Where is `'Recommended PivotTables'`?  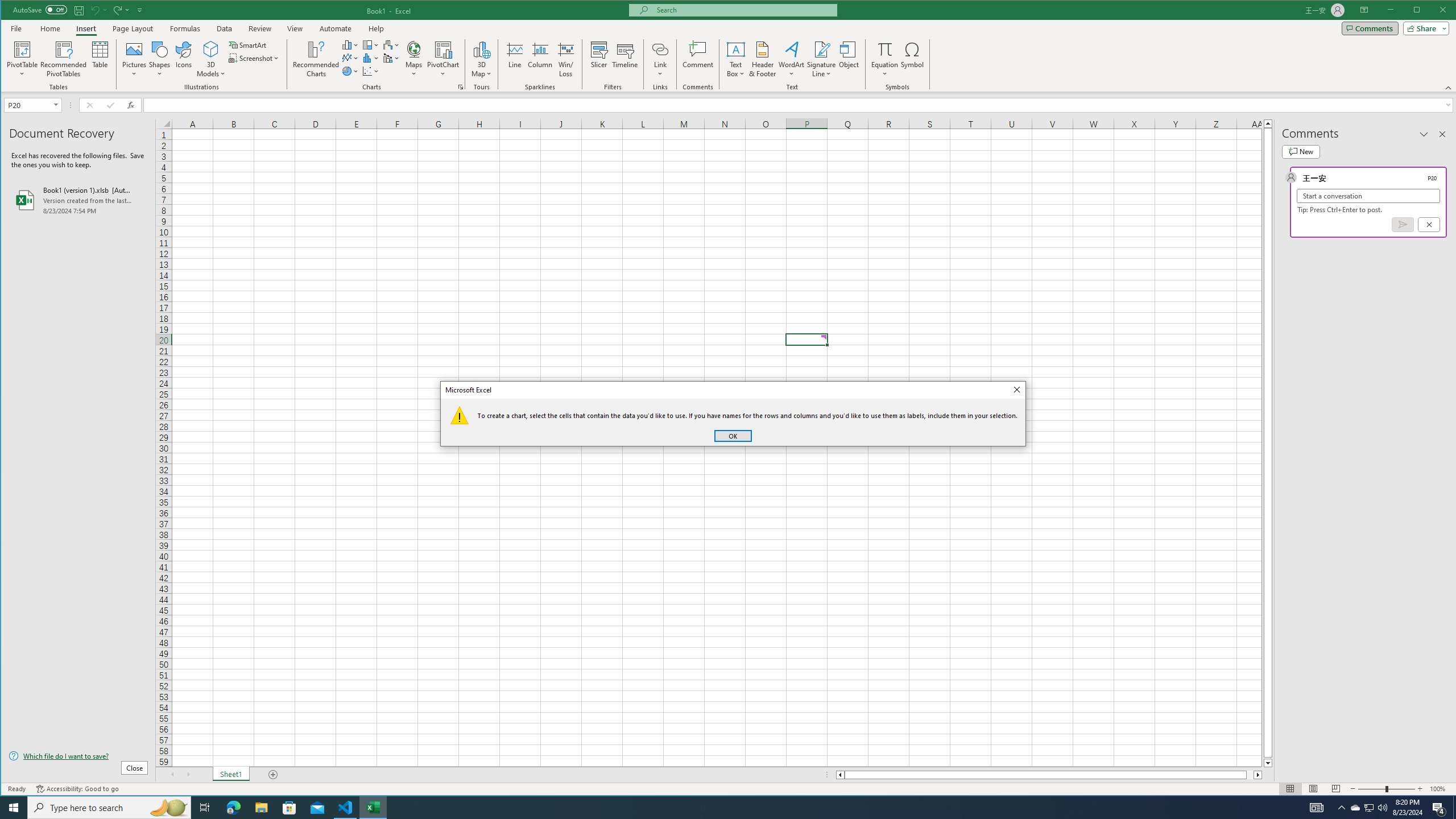
'Recommended PivotTables' is located at coordinates (63, 59).